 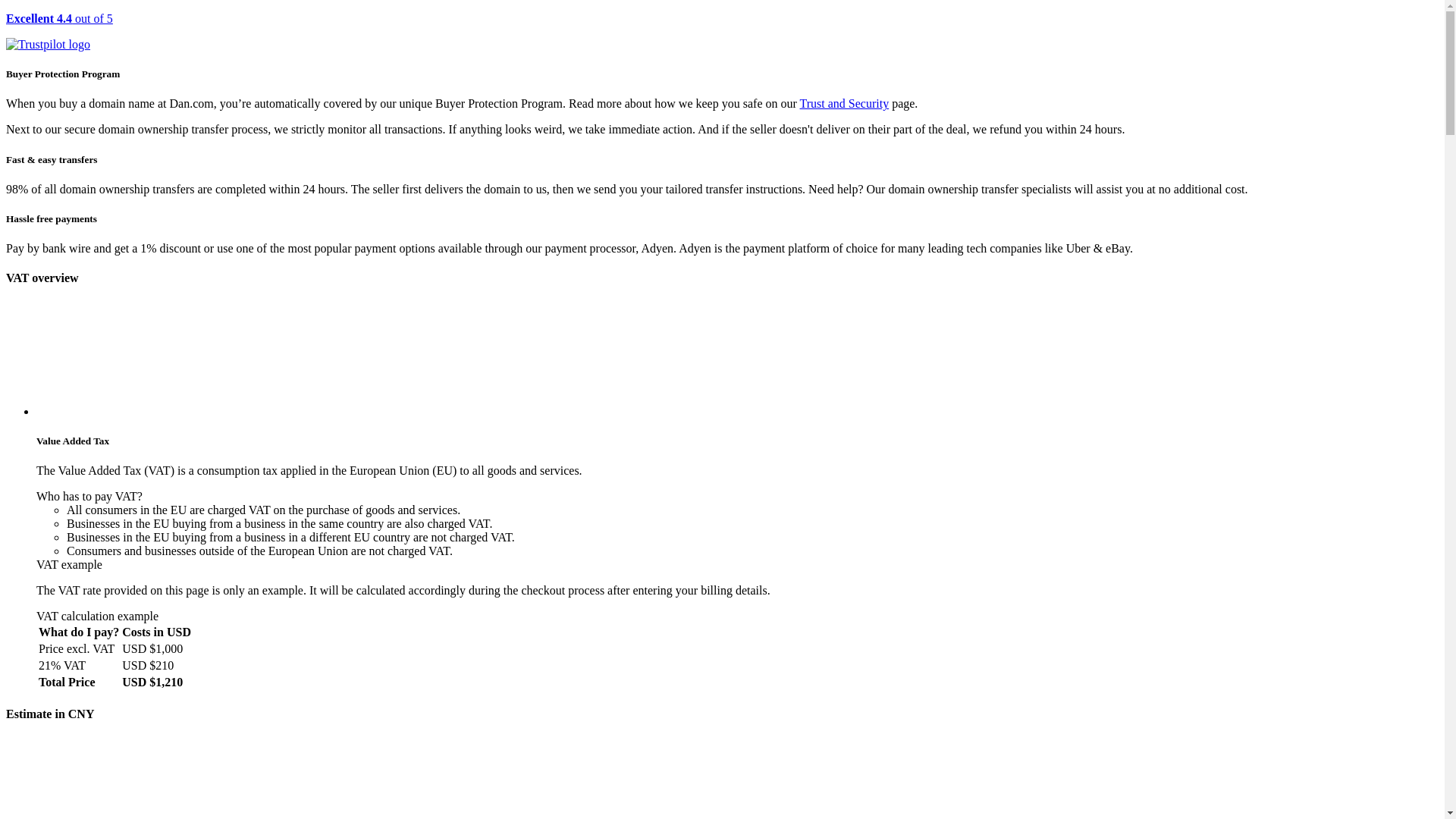 What do you see at coordinates (843, 102) in the screenshot?
I see `'Trust and Security'` at bounding box center [843, 102].